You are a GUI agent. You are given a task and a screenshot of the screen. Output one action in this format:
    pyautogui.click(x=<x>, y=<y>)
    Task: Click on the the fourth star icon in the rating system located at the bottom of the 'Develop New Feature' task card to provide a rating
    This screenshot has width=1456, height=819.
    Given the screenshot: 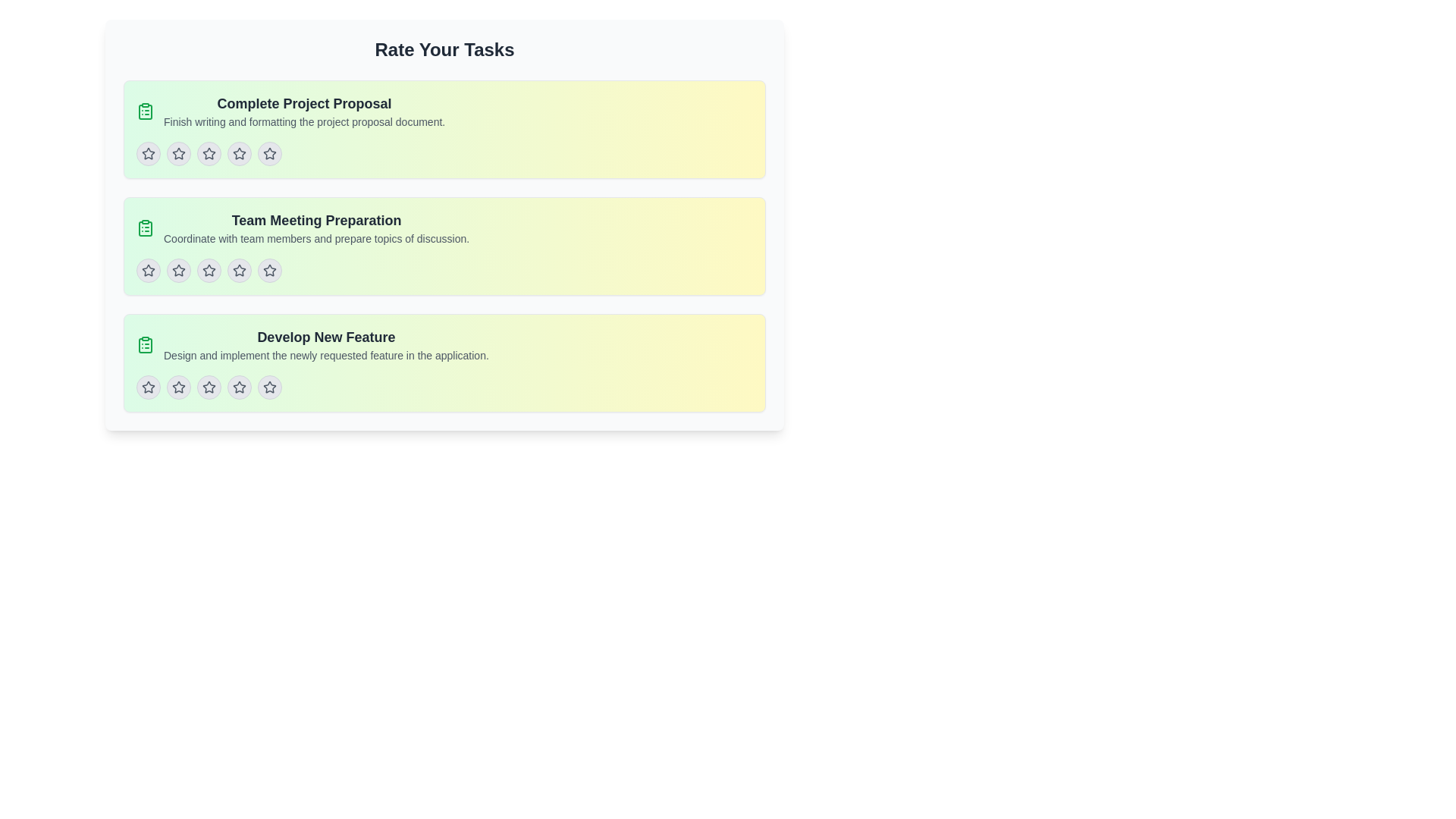 What is the action you would take?
    pyautogui.click(x=208, y=386)
    